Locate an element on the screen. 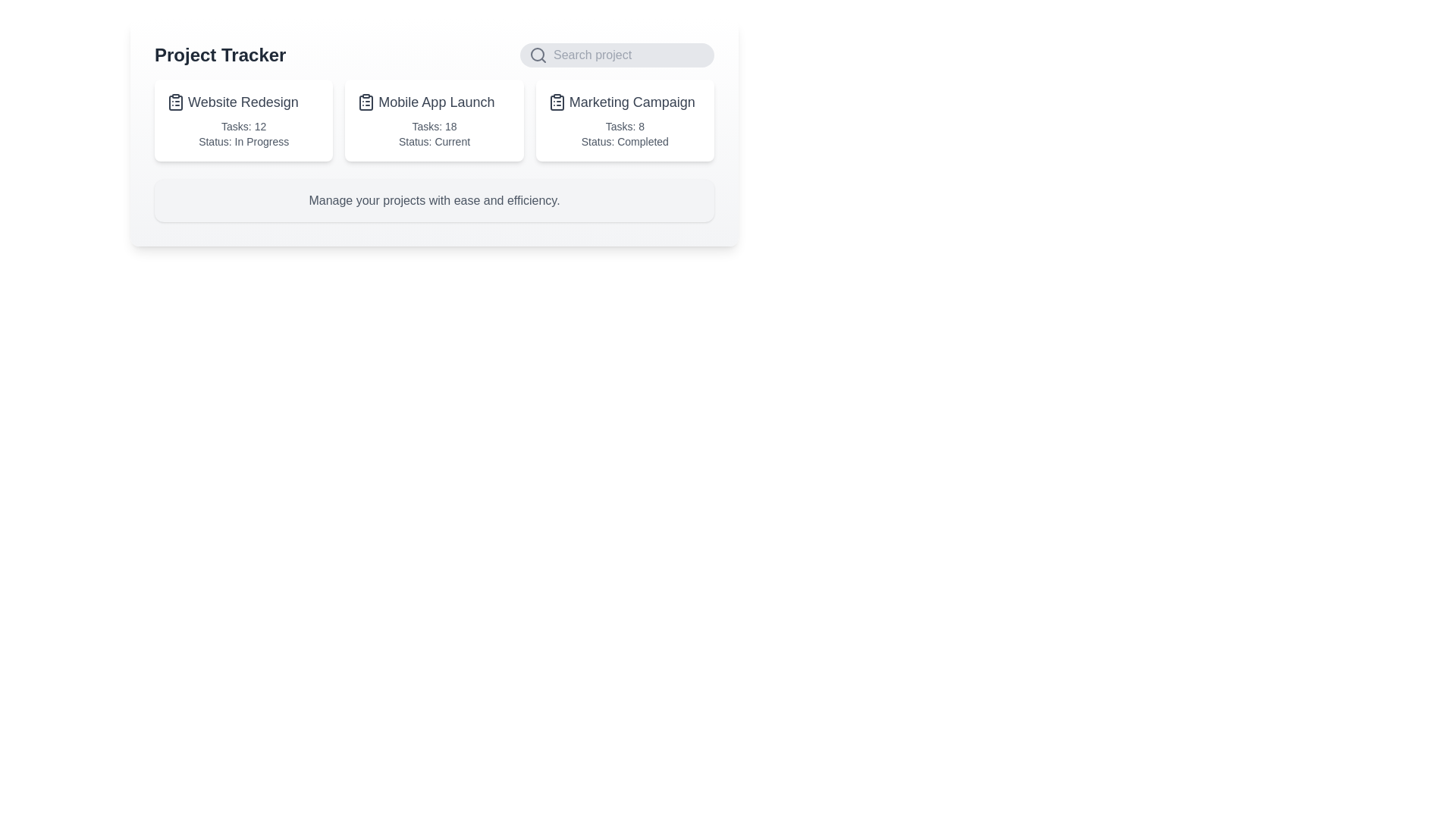 The height and width of the screenshot is (819, 1456). the text label displaying the current number of tasks for the 'Mobile App Launch' project, located centrally below the title within the card is located at coordinates (433, 125).